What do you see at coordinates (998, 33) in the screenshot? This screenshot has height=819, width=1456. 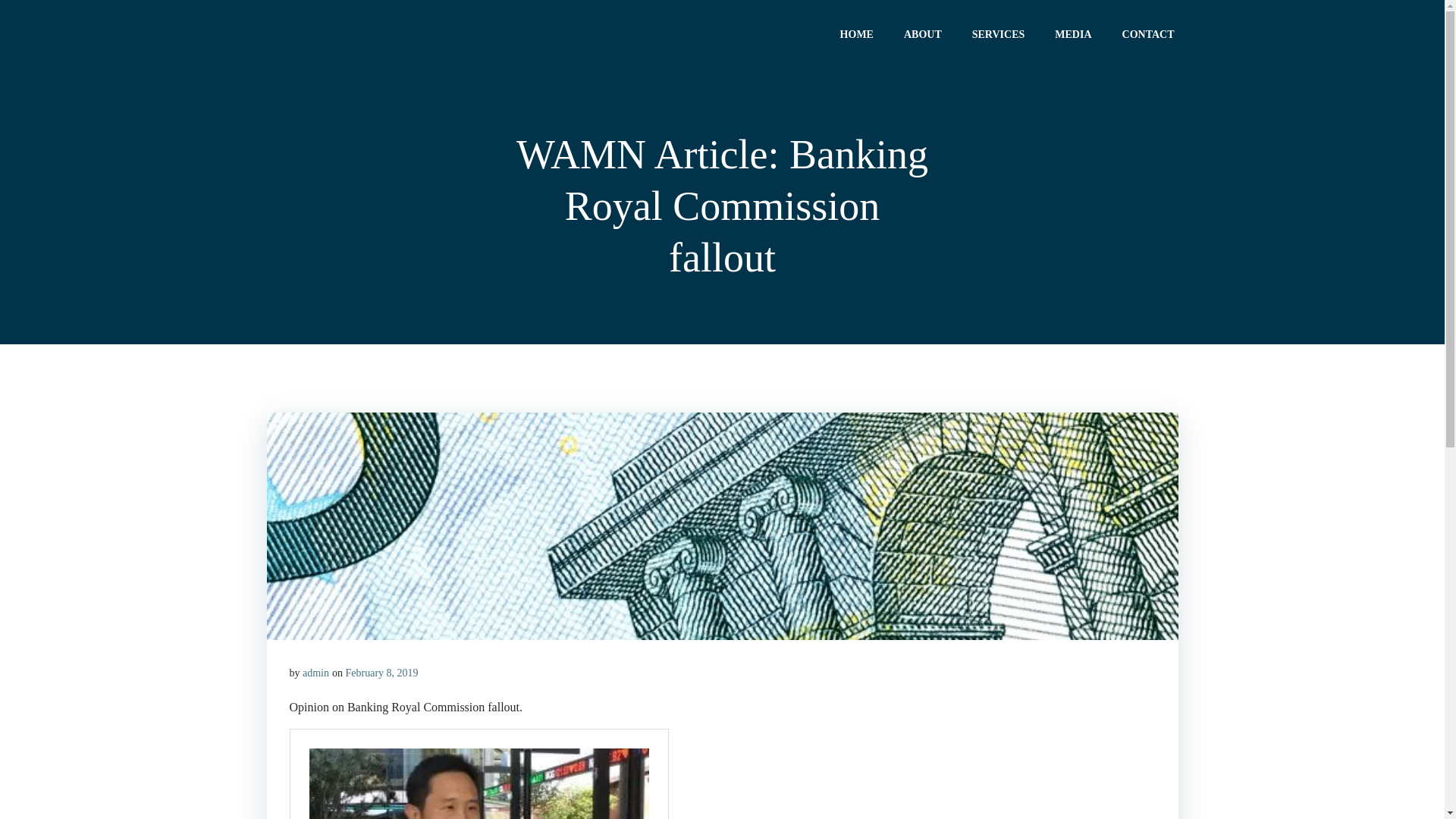 I see `'SERVICES'` at bounding box center [998, 33].